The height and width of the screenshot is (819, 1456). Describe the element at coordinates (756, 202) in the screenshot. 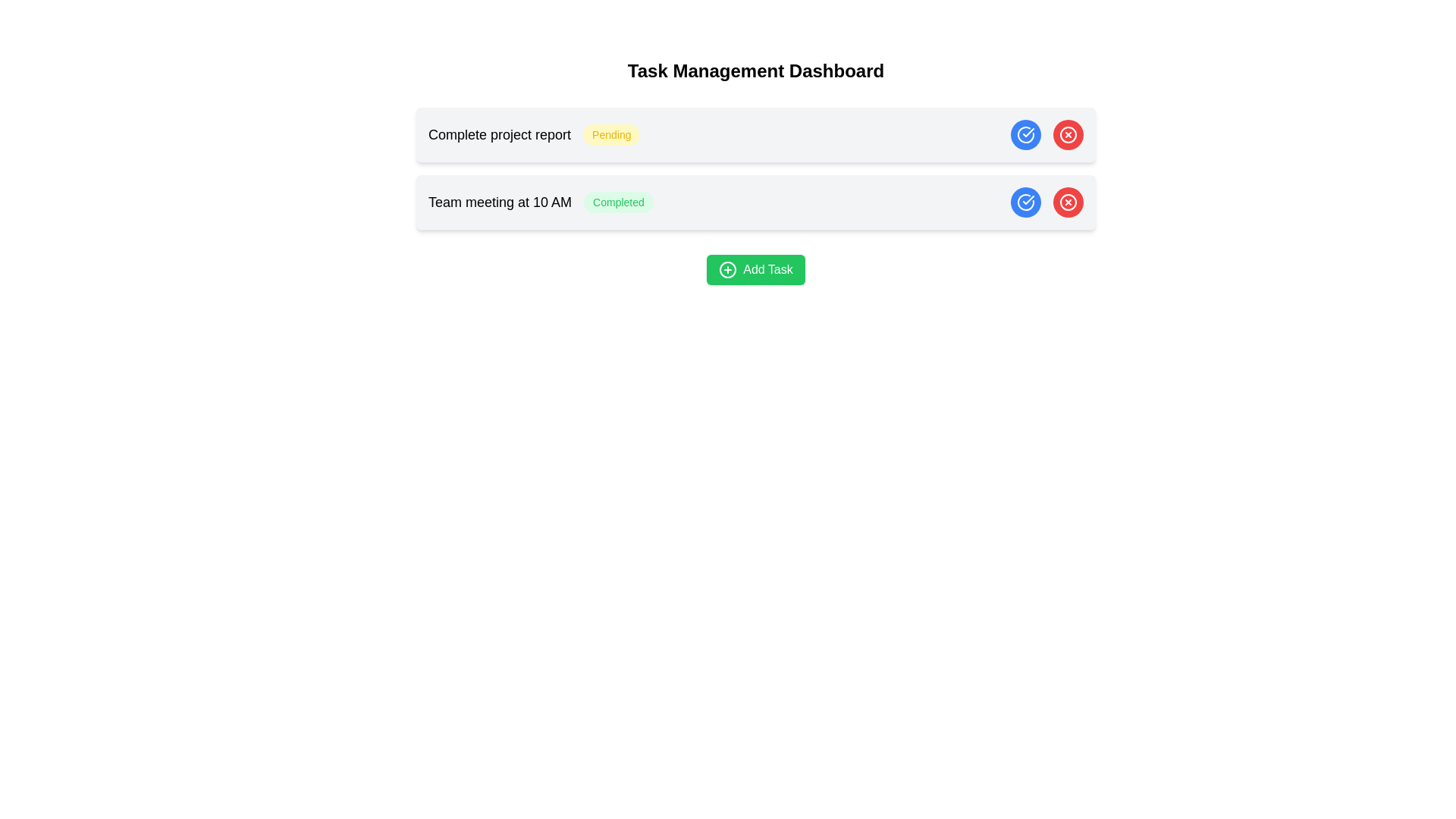

I see `the second Task card in the vertical list, located below the 'Complete project report' card` at that location.